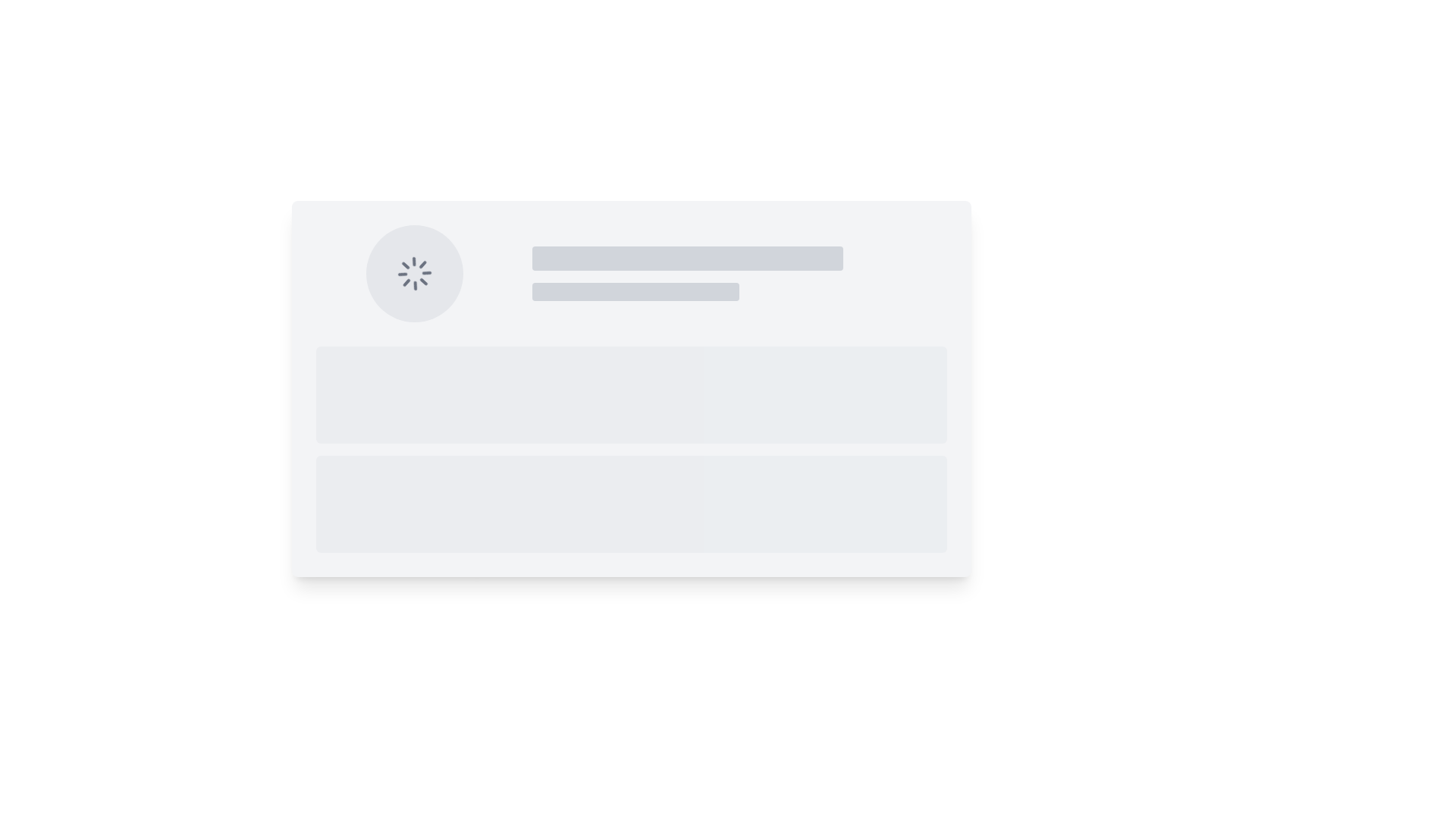  Describe the element at coordinates (631, 274) in the screenshot. I see `the grid layout containing a circular spinning loader icon in the left column and placeholder text in the right column` at that location.